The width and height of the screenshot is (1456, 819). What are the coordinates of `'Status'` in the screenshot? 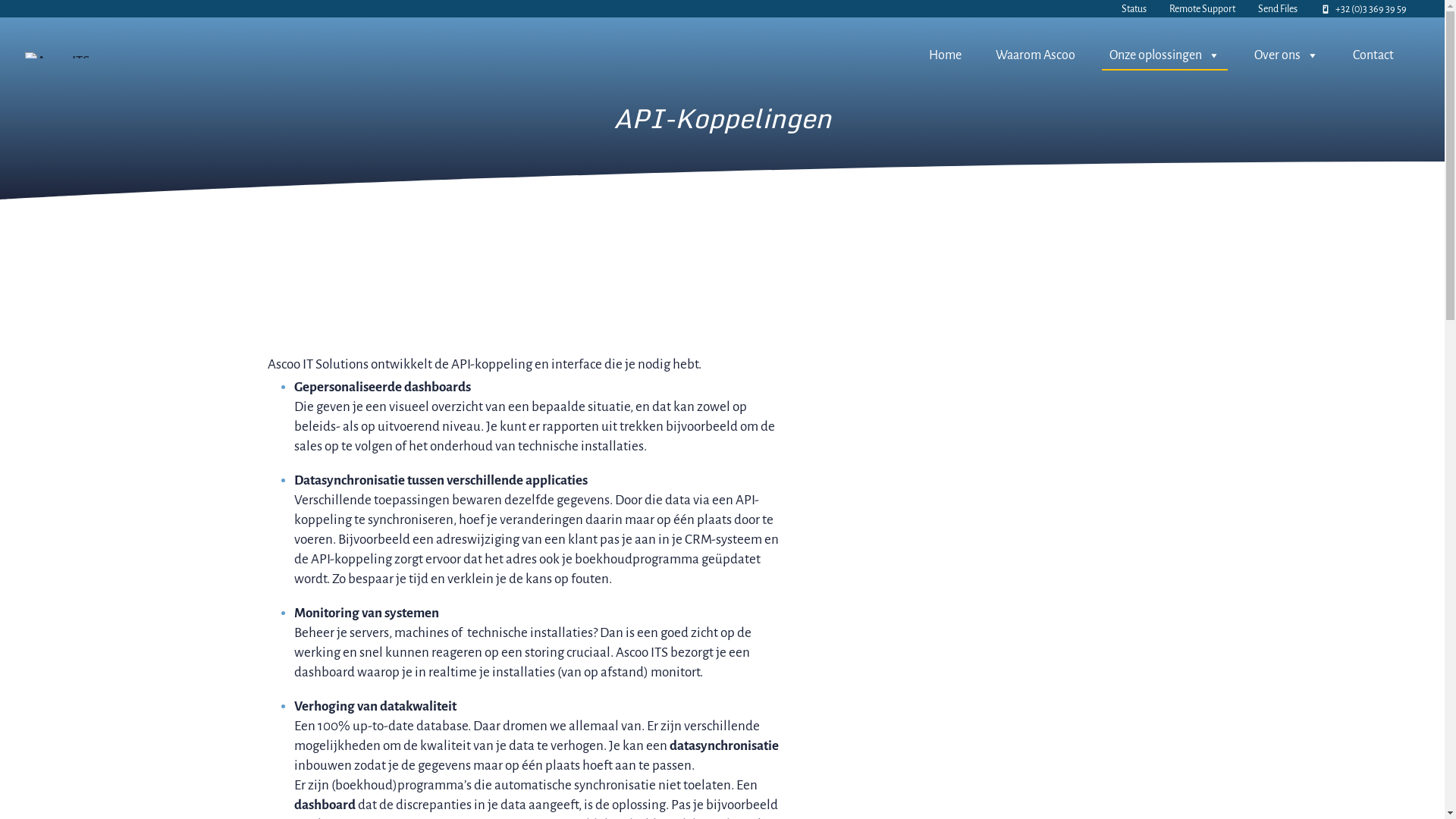 It's located at (1134, 9).